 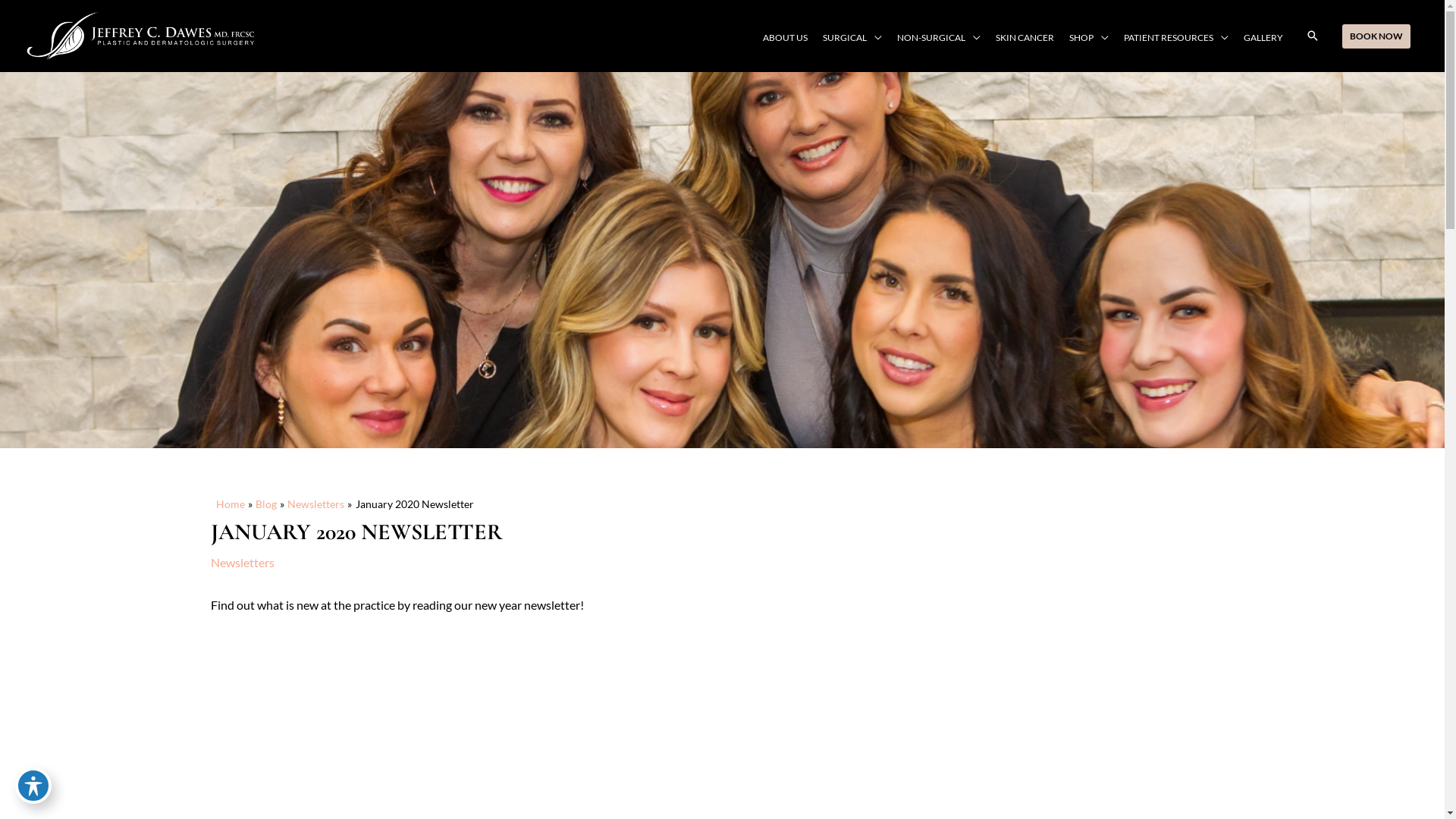 I want to click on 'SURGICAL', so click(x=852, y=37).